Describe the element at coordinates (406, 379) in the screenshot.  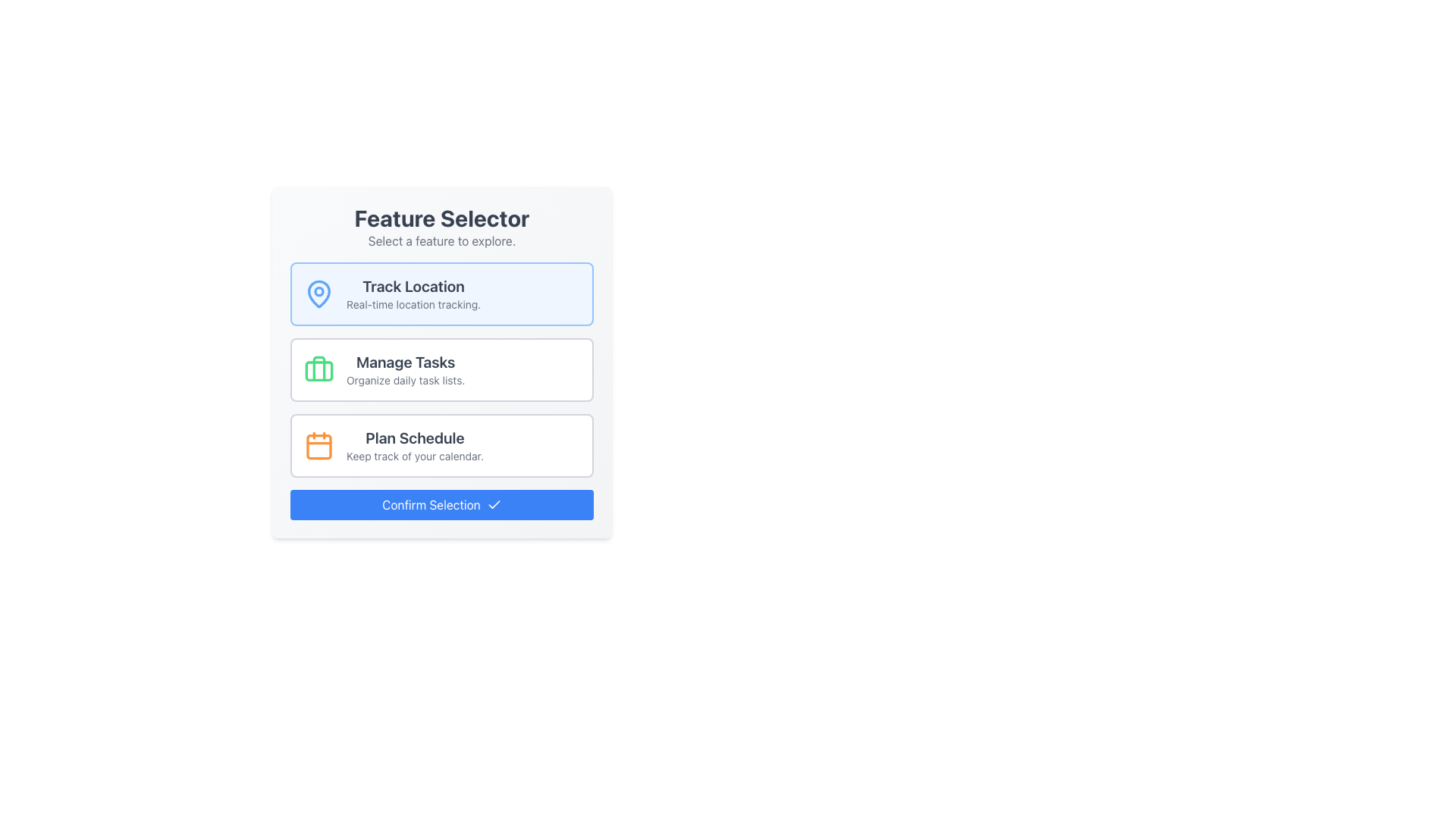
I see `the text label reading 'Organize daily task lists.' which is positioned below the heading 'Manage Tasks'` at that location.